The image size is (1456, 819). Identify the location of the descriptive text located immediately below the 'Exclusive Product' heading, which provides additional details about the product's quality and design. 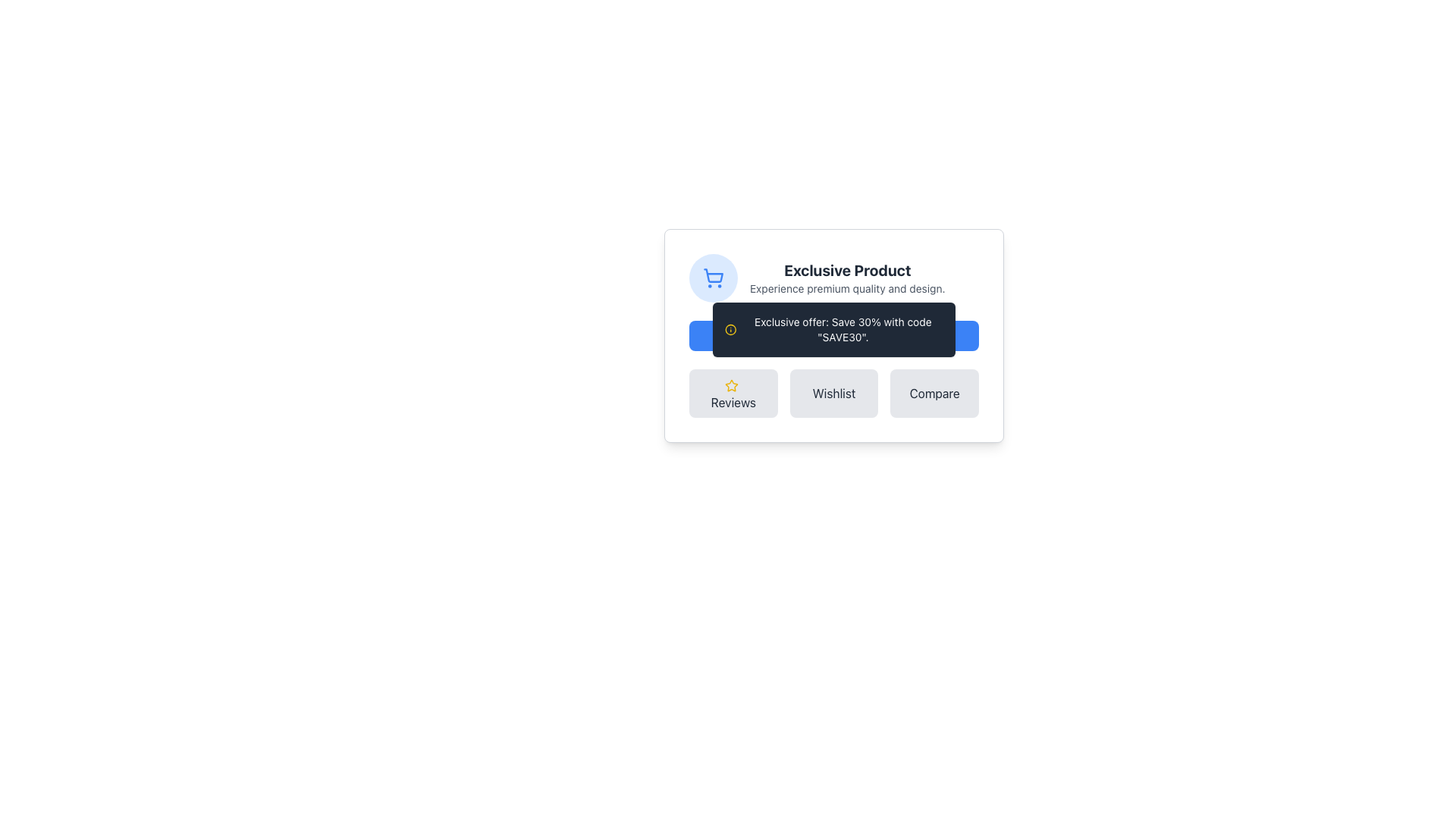
(846, 289).